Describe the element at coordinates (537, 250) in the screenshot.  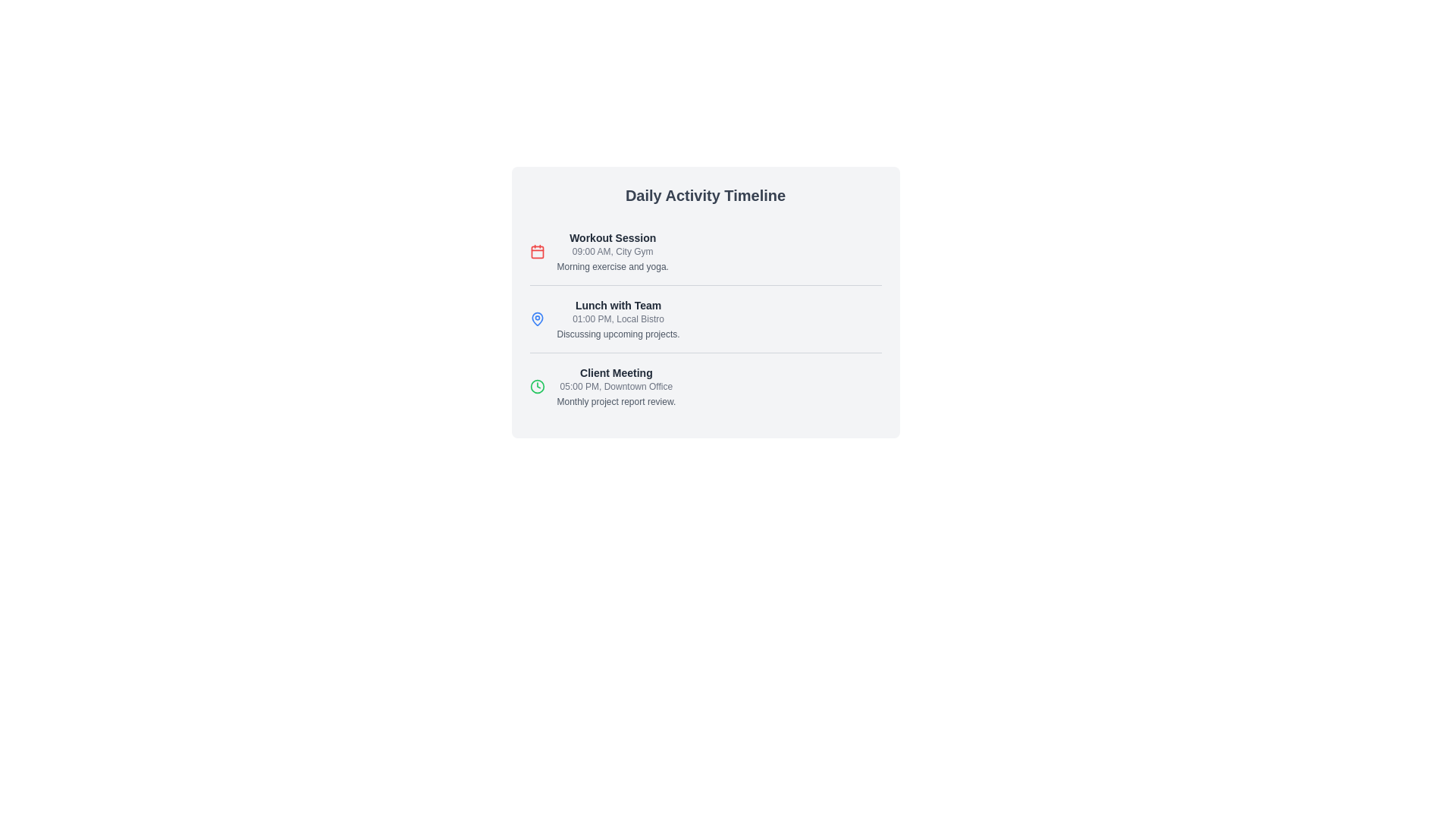
I see `the 'Workout Session' icon in the activity timeline, which visually represents a calendar and is positioned to the left of the text 'Workout Session', '09:00 AM, City Gym', and 'Morning exercise and yoga.'` at that location.